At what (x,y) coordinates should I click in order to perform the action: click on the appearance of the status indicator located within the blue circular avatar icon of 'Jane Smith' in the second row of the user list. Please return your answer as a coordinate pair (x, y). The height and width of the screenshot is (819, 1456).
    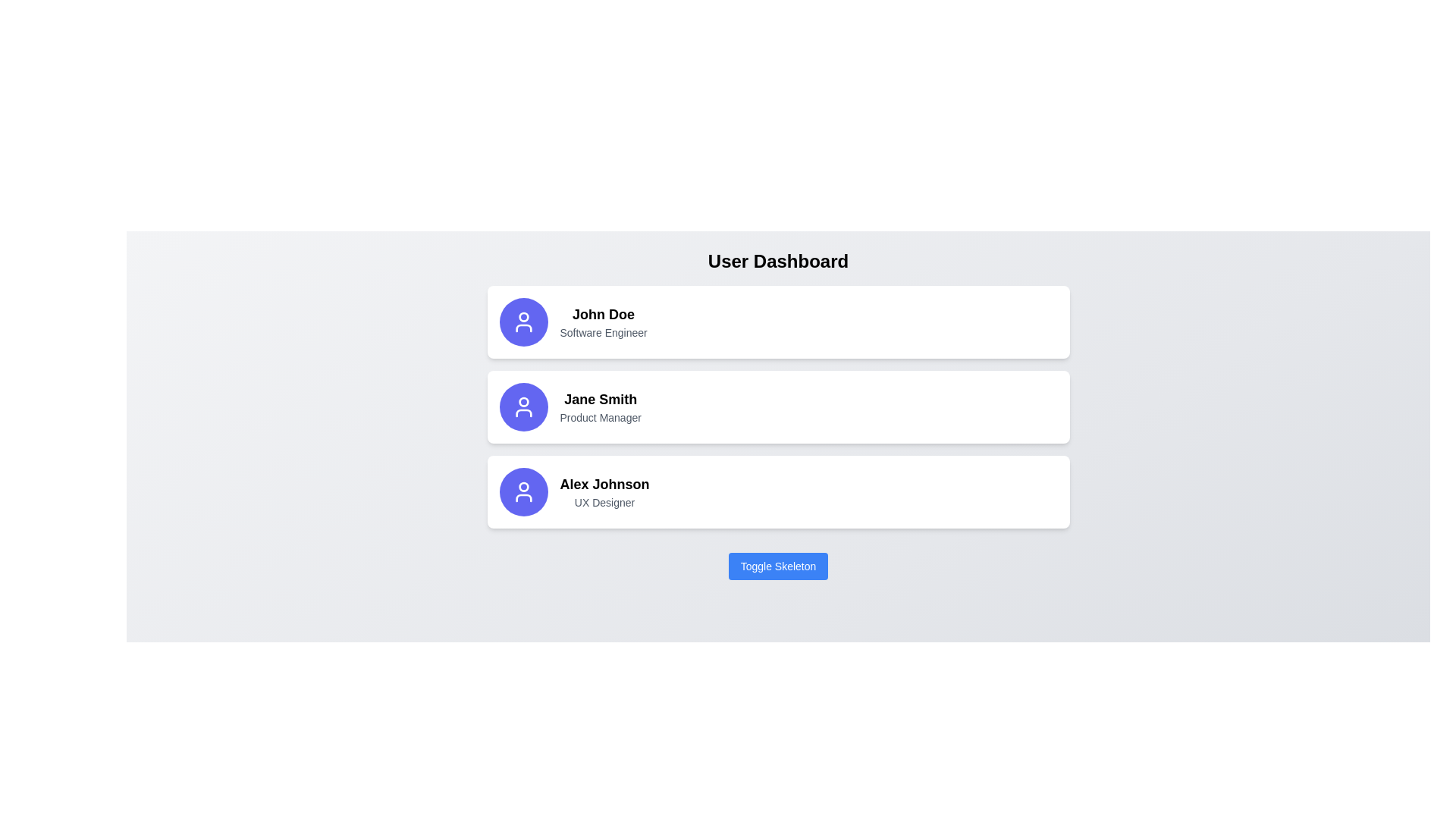
    Looking at the image, I should click on (523, 401).